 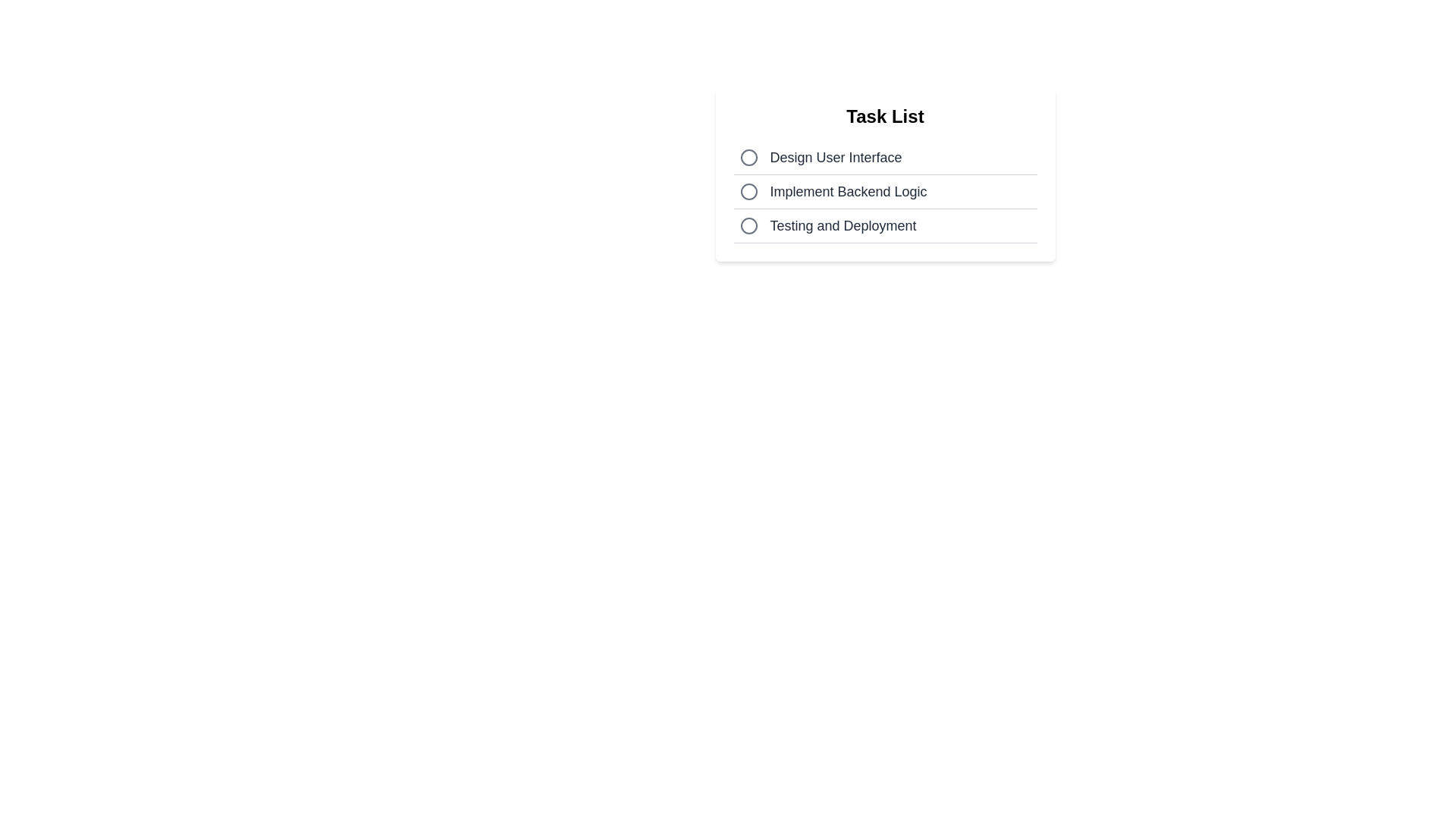 What do you see at coordinates (748, 225) in the screenshot?
I see `the checkbox-like interactive element located in the leftmost area of the 'Testing and Deployment' list item` at bounding box center [748, 225].